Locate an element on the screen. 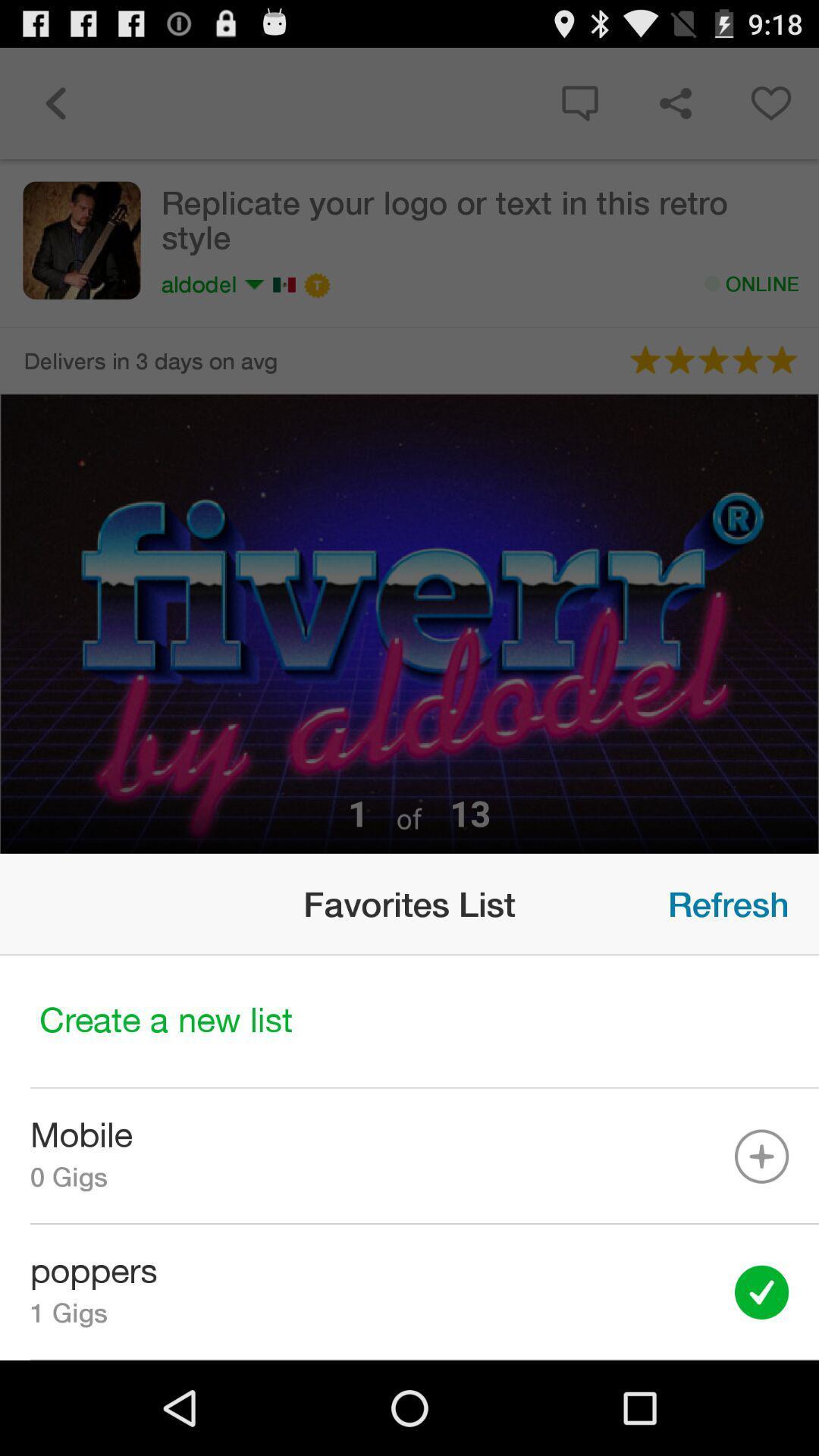  a list is located at coordinates (409, 1021).